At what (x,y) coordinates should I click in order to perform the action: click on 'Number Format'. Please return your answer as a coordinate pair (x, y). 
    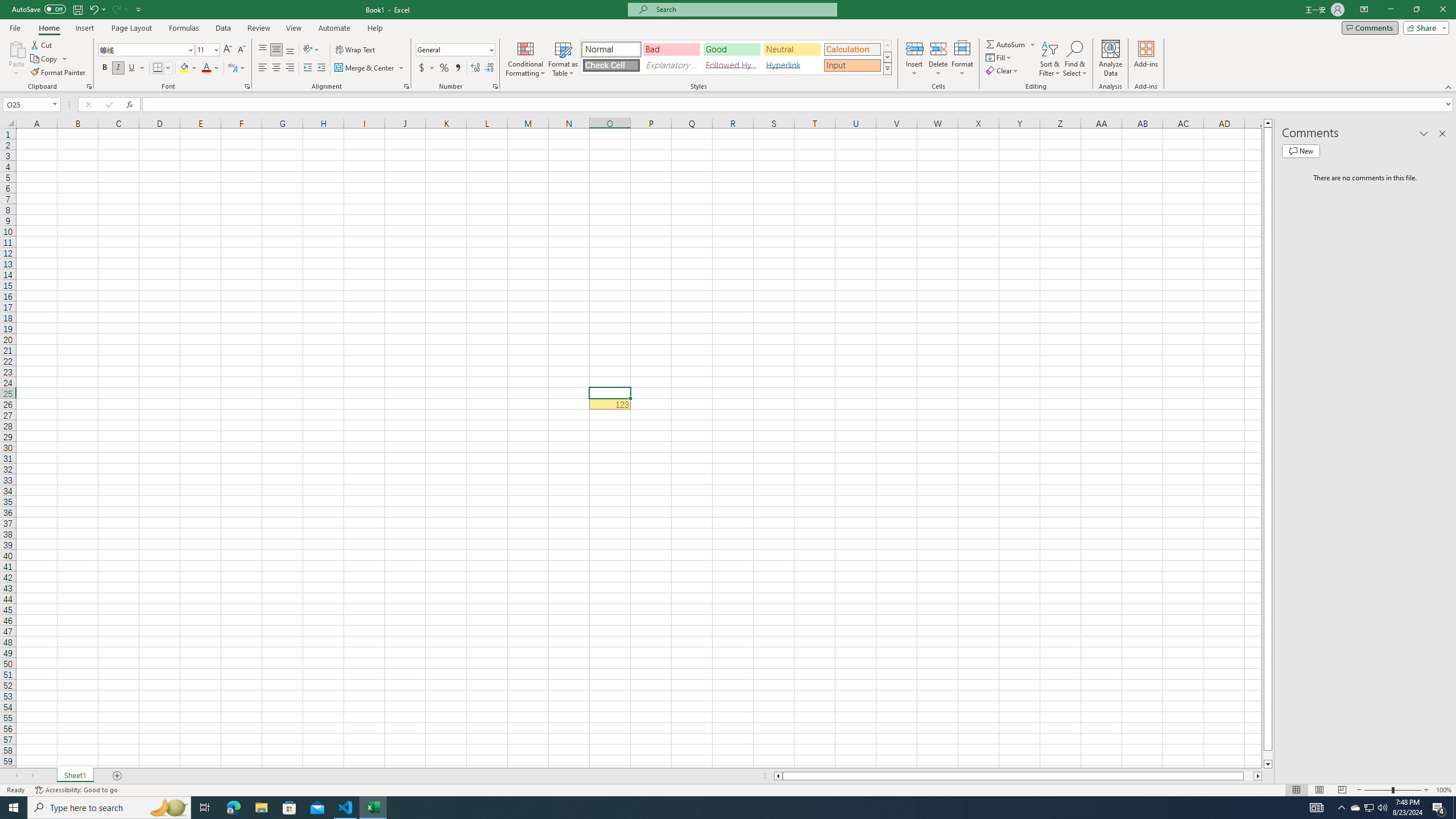
    Looking at the image, I should click on (455, 49).